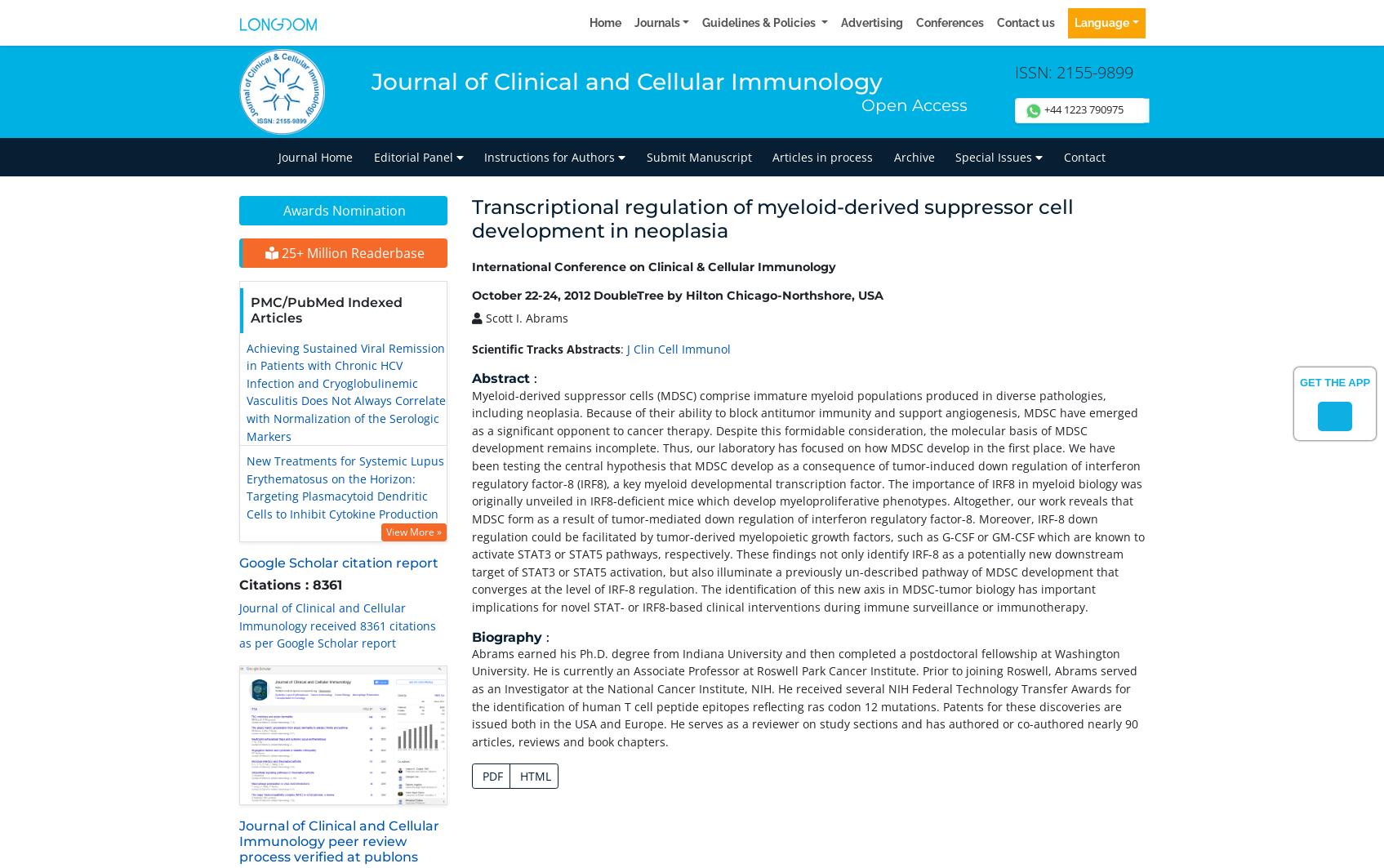 The height and width of the screenshot is (868, 1384). I want to click on 'Journal of Clinical and Cellular Immunology', so click(626, 80).